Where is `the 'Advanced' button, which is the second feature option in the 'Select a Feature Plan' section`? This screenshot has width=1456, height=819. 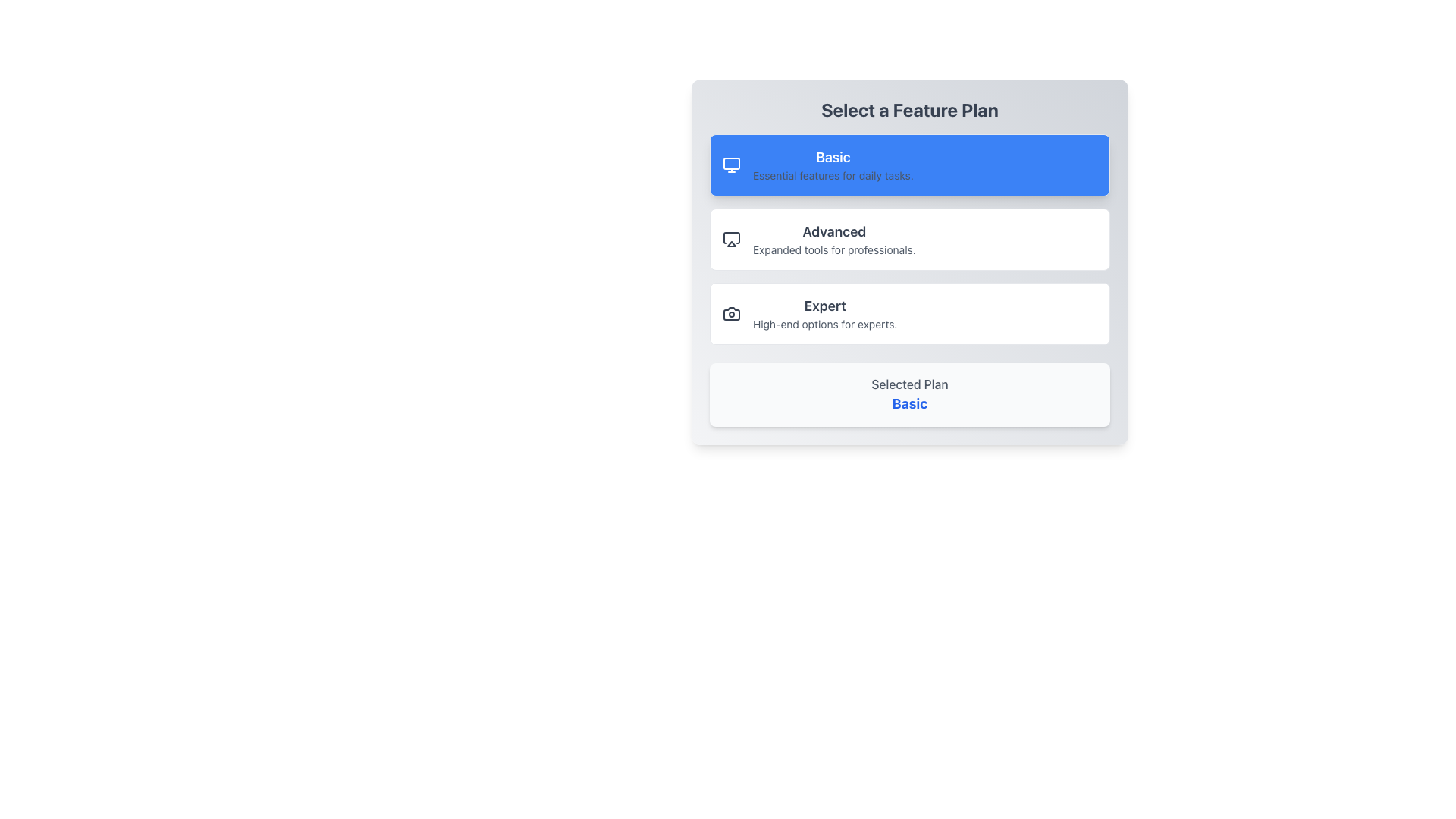
the 'Advanced' button, which is the second feature option in the 'Select a Feature Plan' section is located at coordinates (910, 262).